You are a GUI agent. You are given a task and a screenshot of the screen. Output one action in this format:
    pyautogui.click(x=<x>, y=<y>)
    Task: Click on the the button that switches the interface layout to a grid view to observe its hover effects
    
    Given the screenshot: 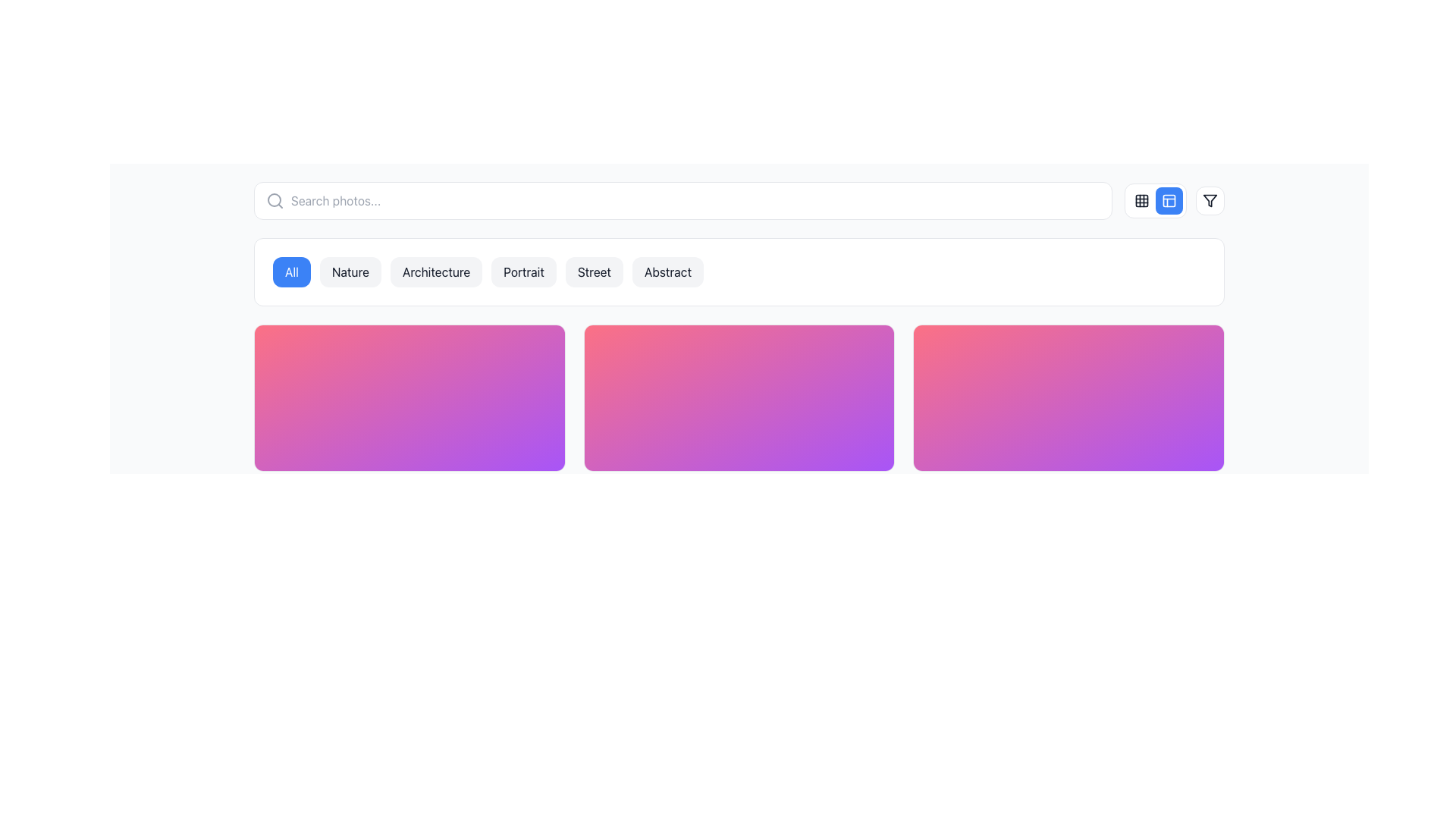 What is the action you would take?
    pyautogui.click(x=1142, y=200)
    